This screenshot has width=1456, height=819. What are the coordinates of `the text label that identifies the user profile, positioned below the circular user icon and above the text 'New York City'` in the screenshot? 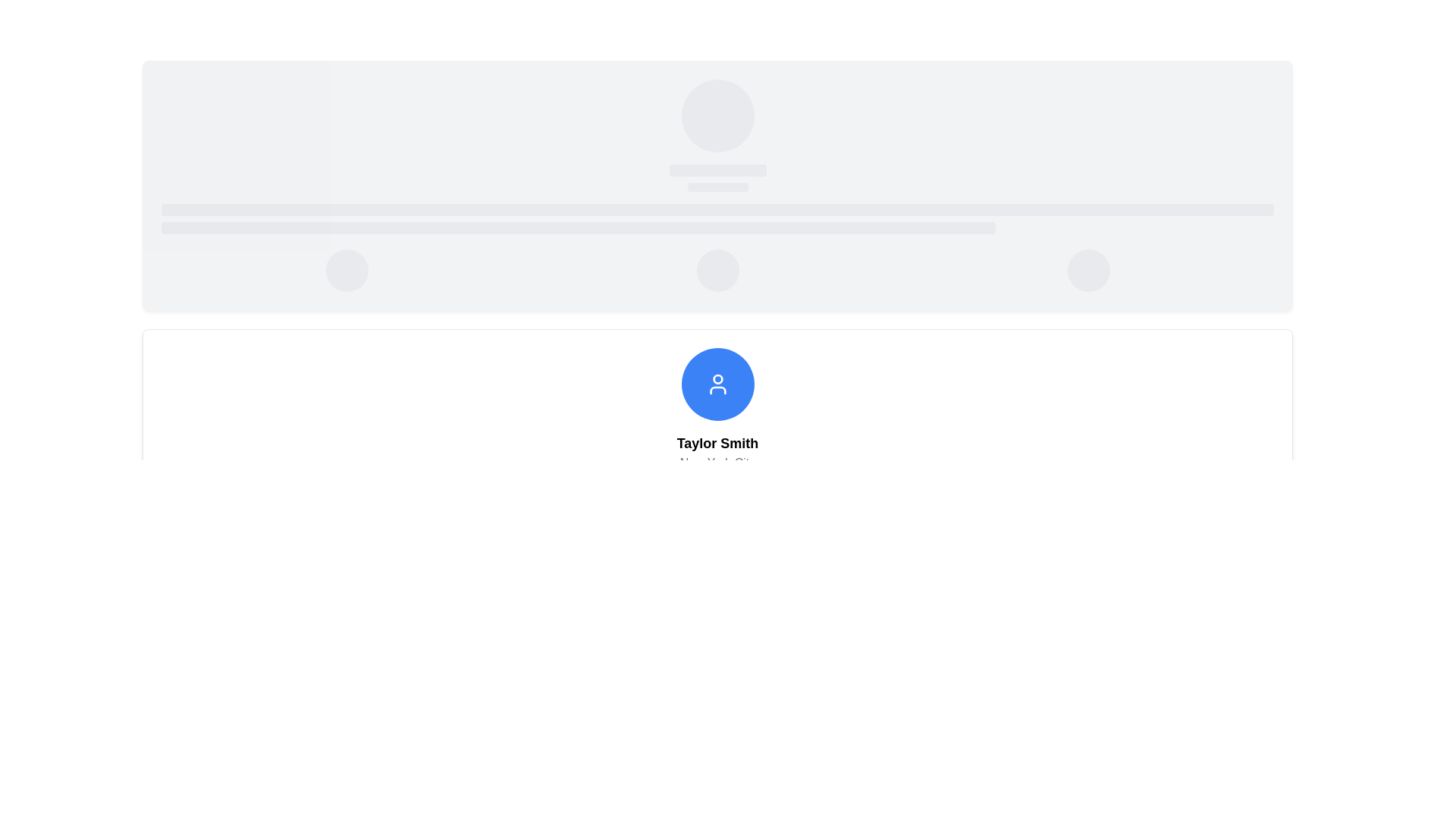 It's located at (717, 444).